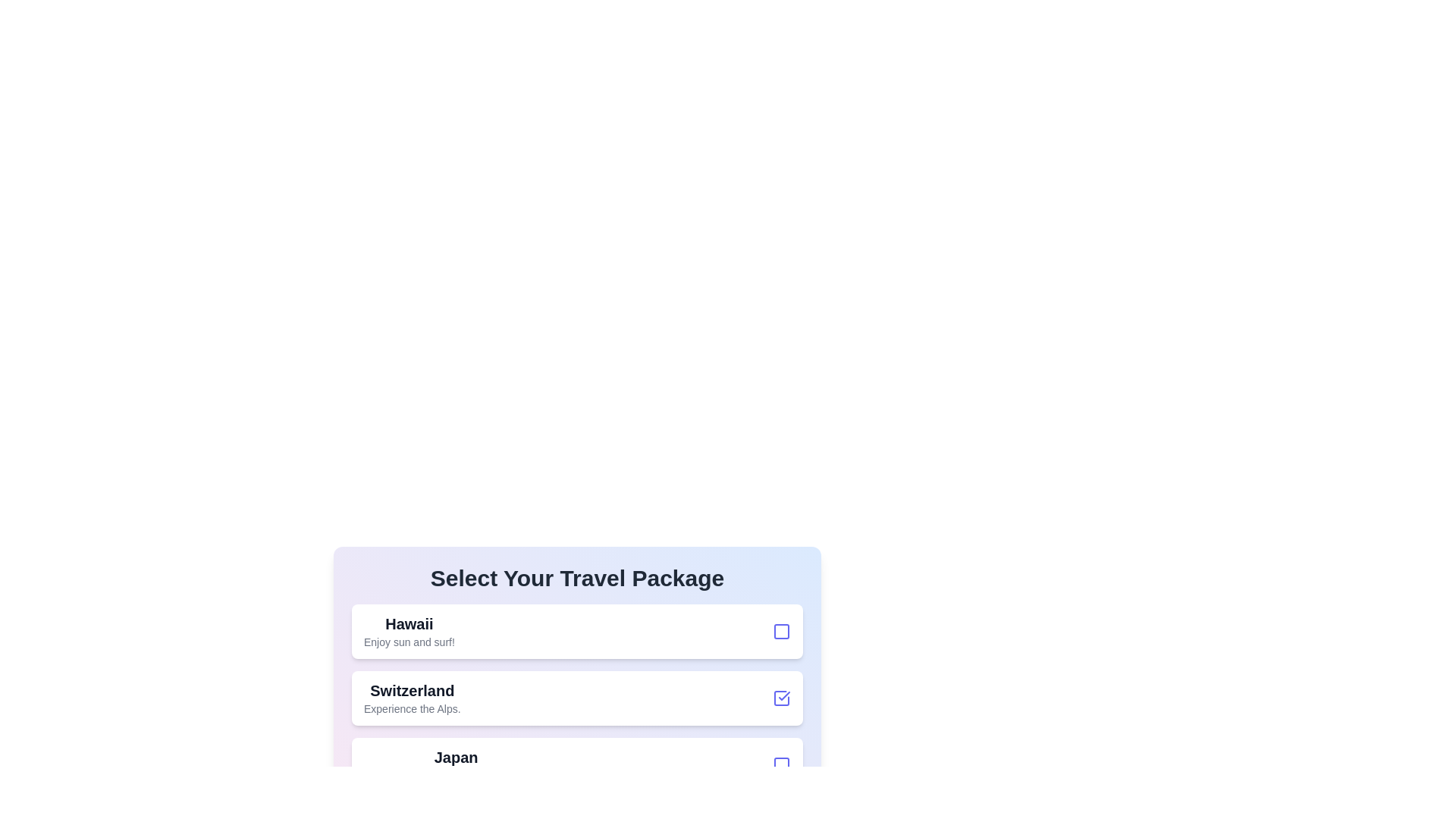 This screenshot has width=1456, height=819. What do you see at coordinates (782, 698) in the screenshot?
I see `the checkbox for the travel package 'Switzerland' to select or deselect it` at bounding box center [782, 698].